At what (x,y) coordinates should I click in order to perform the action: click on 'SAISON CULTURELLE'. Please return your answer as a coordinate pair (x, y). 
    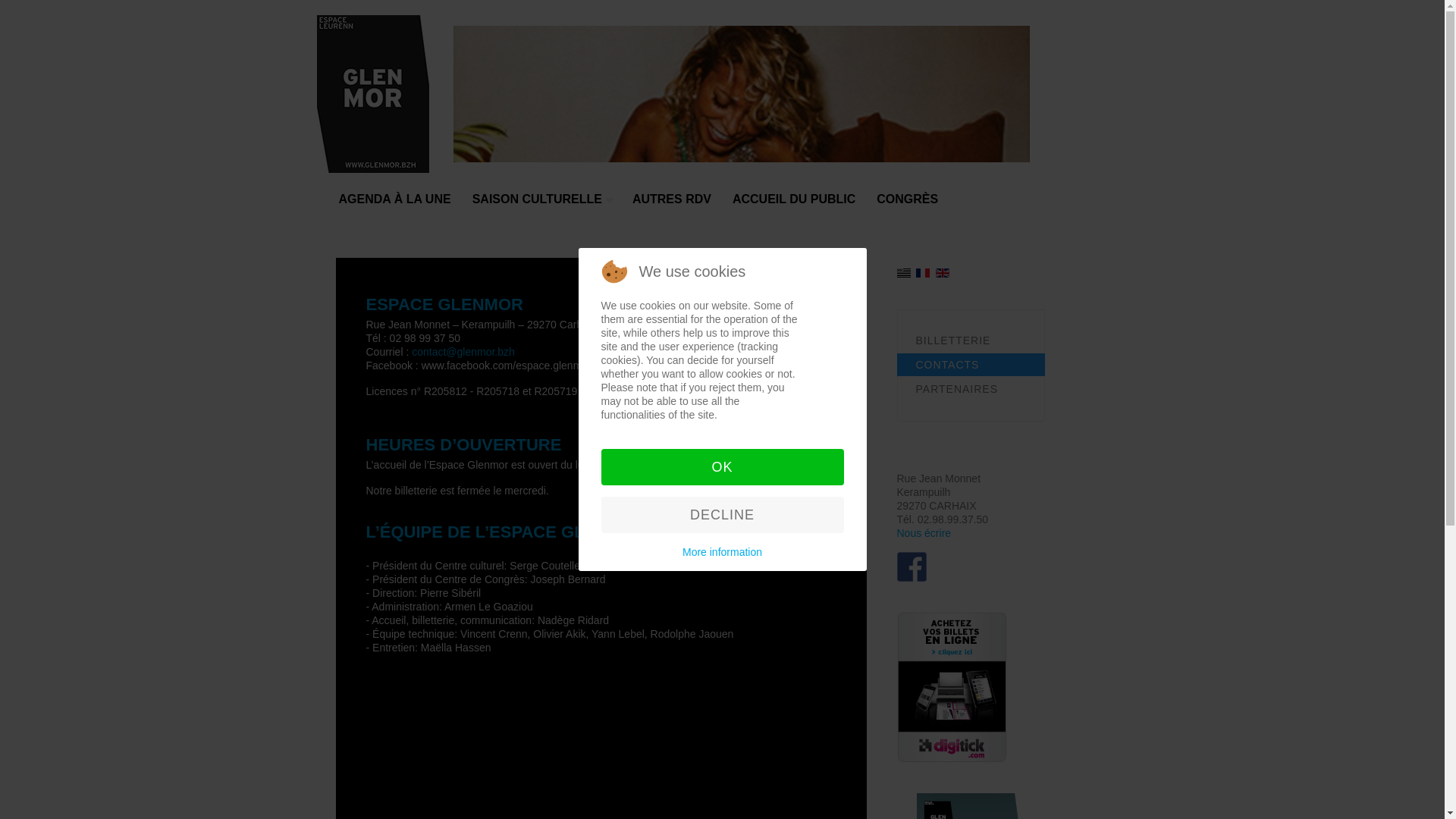
    Looking at the image, I should click on (541, 205).